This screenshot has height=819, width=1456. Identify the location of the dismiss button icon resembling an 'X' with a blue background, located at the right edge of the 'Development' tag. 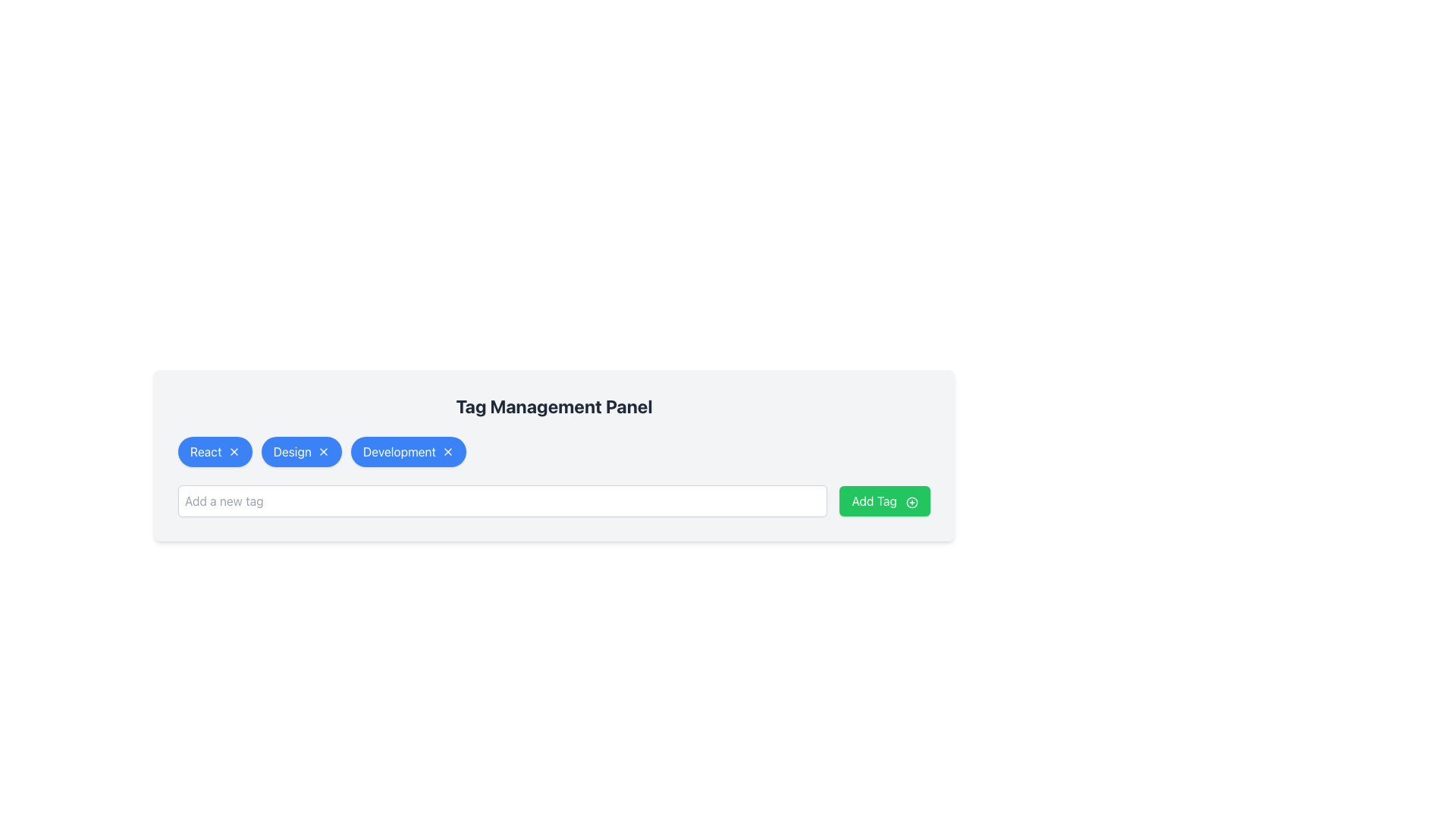
(447, 451).